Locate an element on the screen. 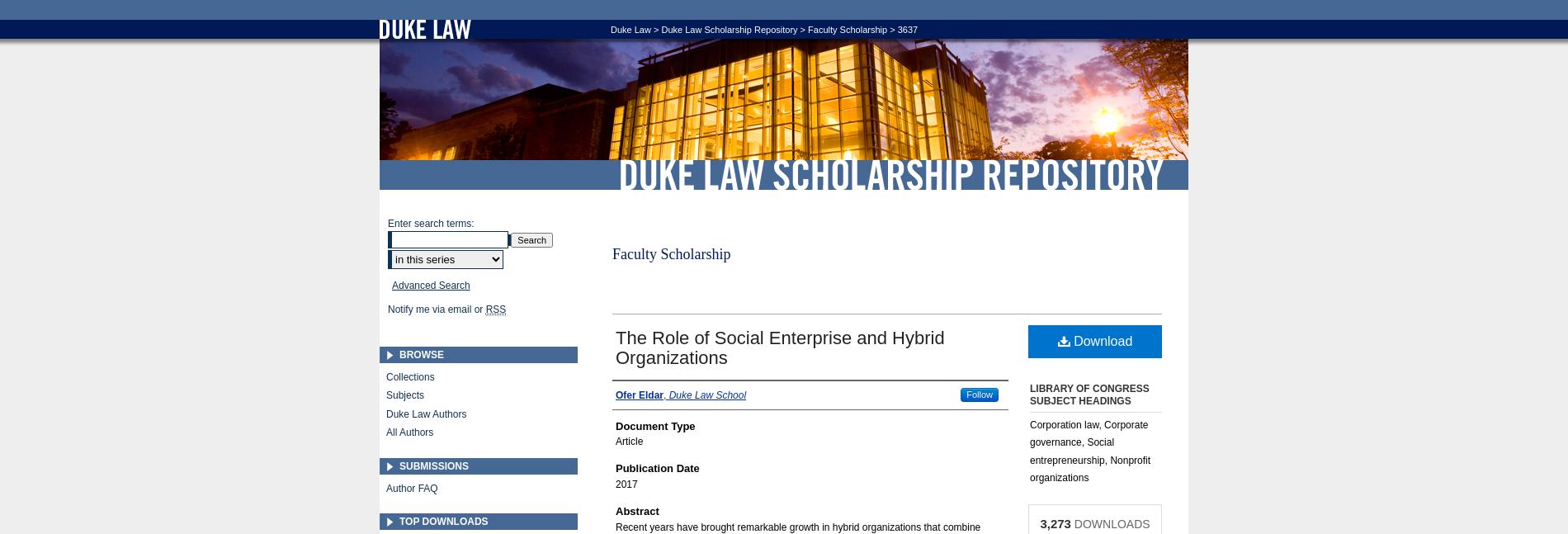 Image resolution: width=1568 pixels, height=534 pixels. 'Top Downloads' is located at coordinates (443, 521).